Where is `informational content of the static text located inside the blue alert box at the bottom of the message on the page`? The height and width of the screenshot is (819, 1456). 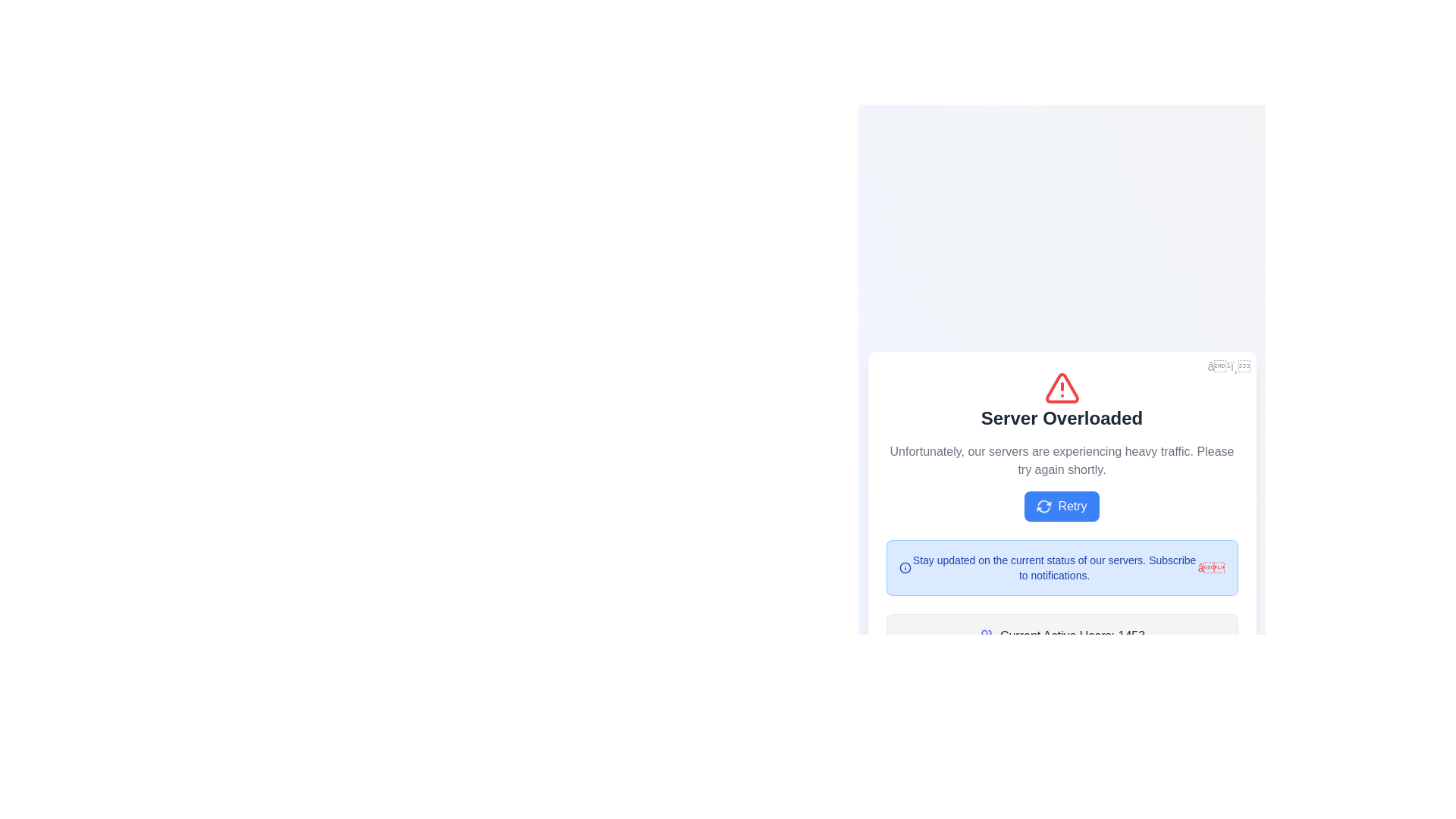
informational content of the static text located inside the blue alert box at the bottom of the message on the page is located at coordinates (1053, 567).